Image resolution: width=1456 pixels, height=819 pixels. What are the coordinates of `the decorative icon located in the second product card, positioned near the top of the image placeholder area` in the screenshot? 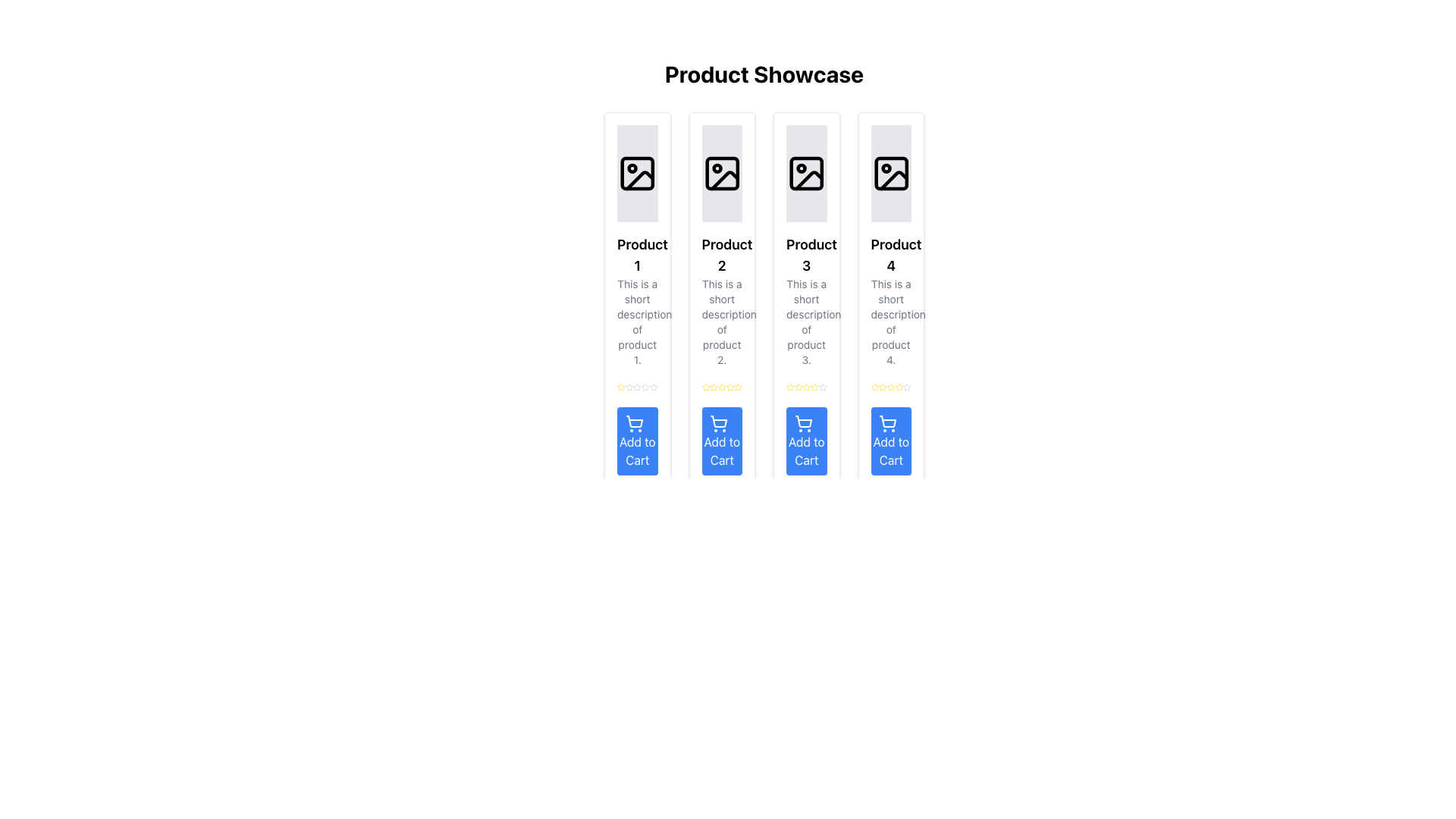 It's located at (716, 168).